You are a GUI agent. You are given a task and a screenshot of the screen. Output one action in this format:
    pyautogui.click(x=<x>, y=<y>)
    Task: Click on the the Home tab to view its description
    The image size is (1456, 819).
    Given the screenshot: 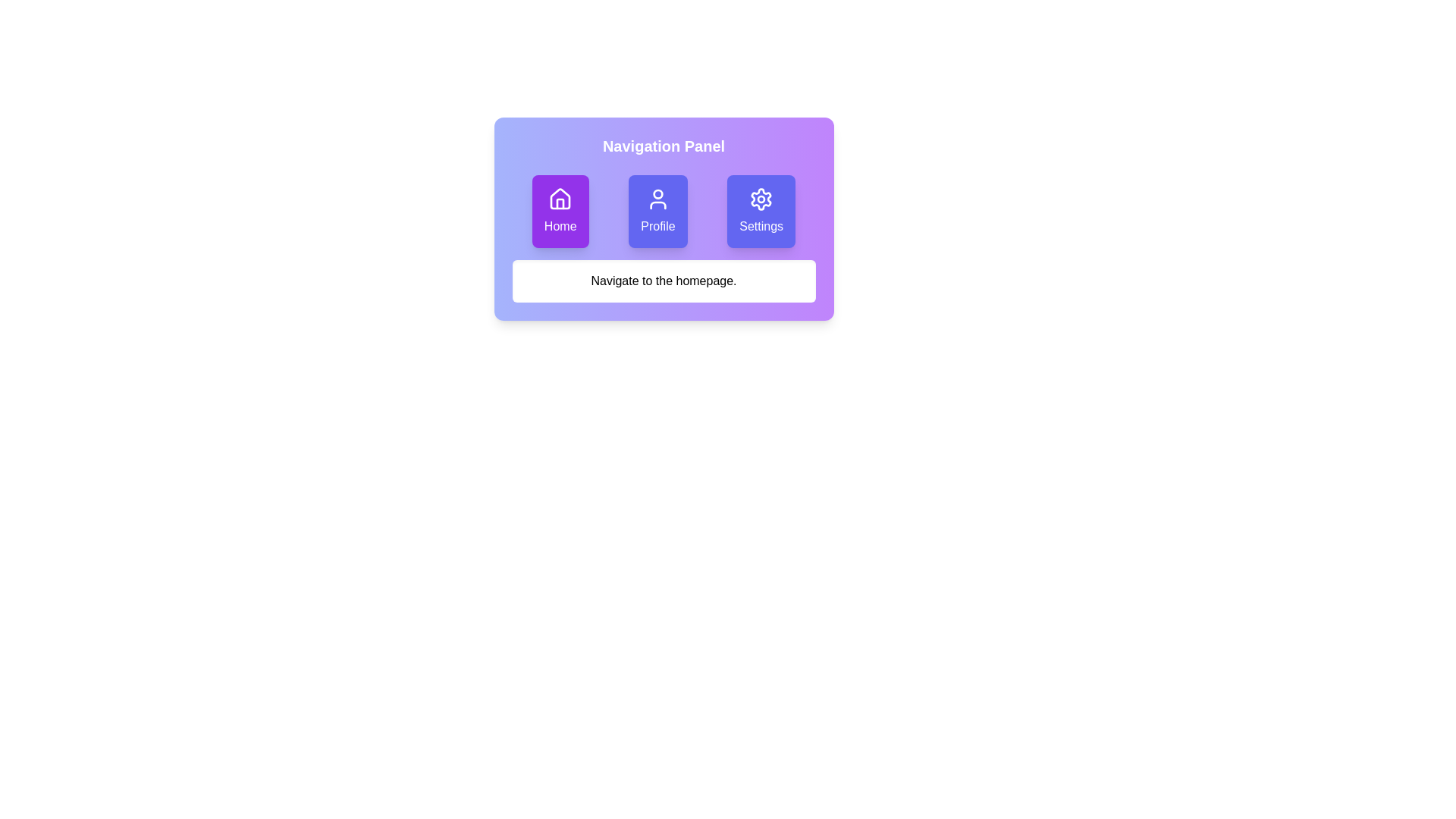 What is the action you would take?
    pyautogui.click(x=560, y=211)
    